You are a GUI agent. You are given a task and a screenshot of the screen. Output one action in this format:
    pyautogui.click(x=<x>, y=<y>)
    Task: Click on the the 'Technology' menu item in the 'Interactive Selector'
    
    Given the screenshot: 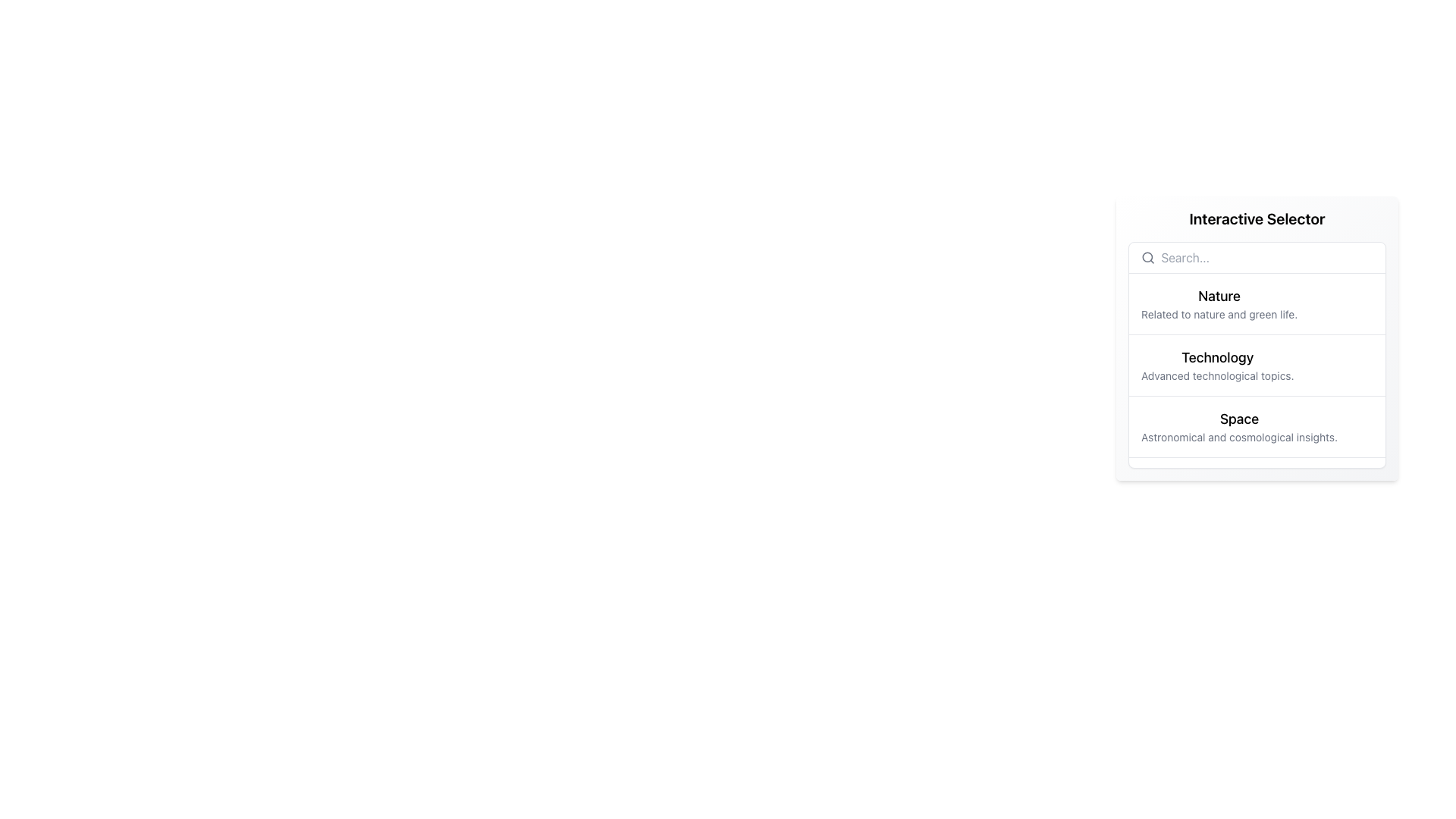 What is the action you would take?
    pyautogui.click(x=1217, y=366)
    